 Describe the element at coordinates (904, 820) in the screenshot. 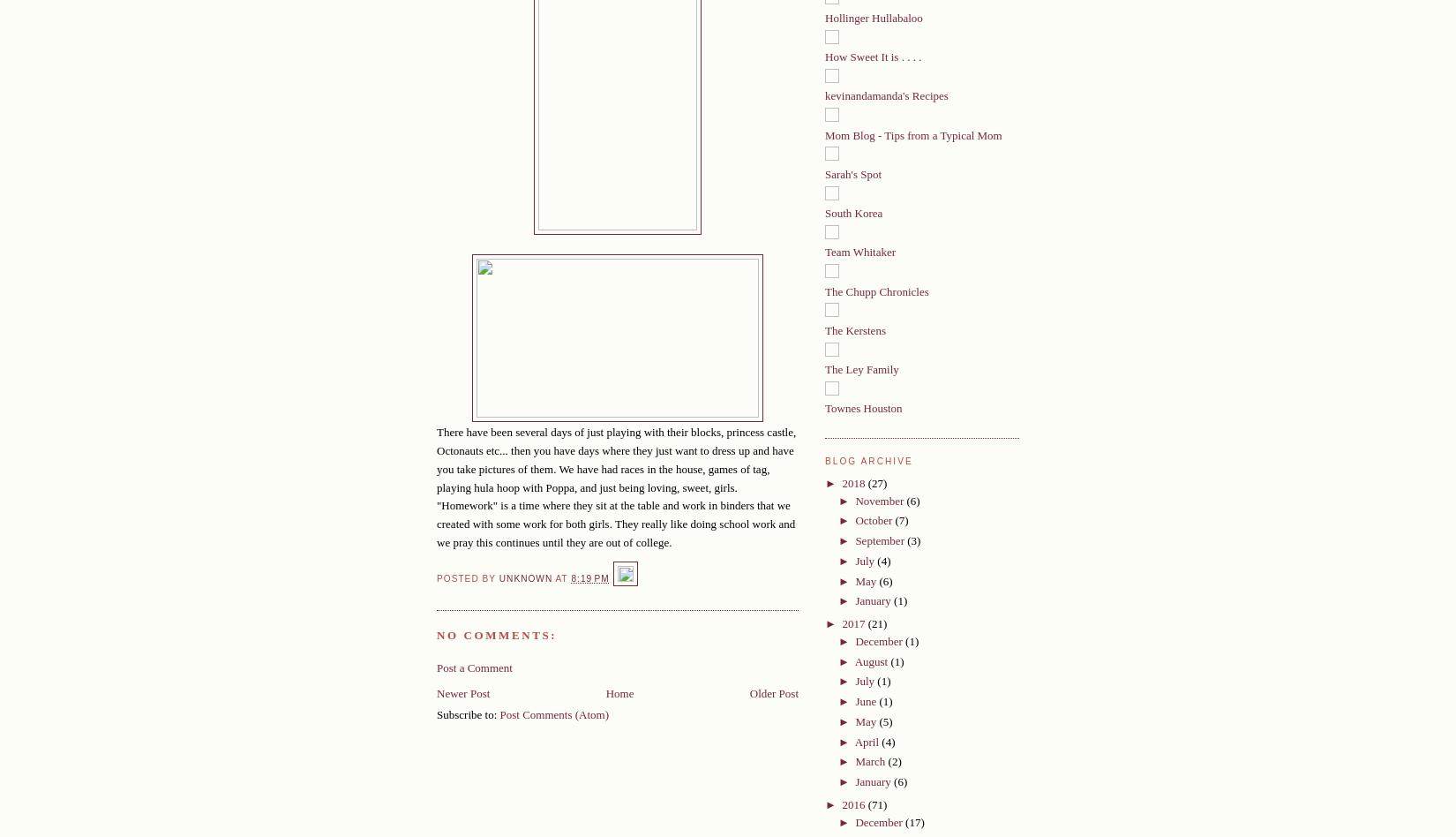

I see `'(17)'` at that location.